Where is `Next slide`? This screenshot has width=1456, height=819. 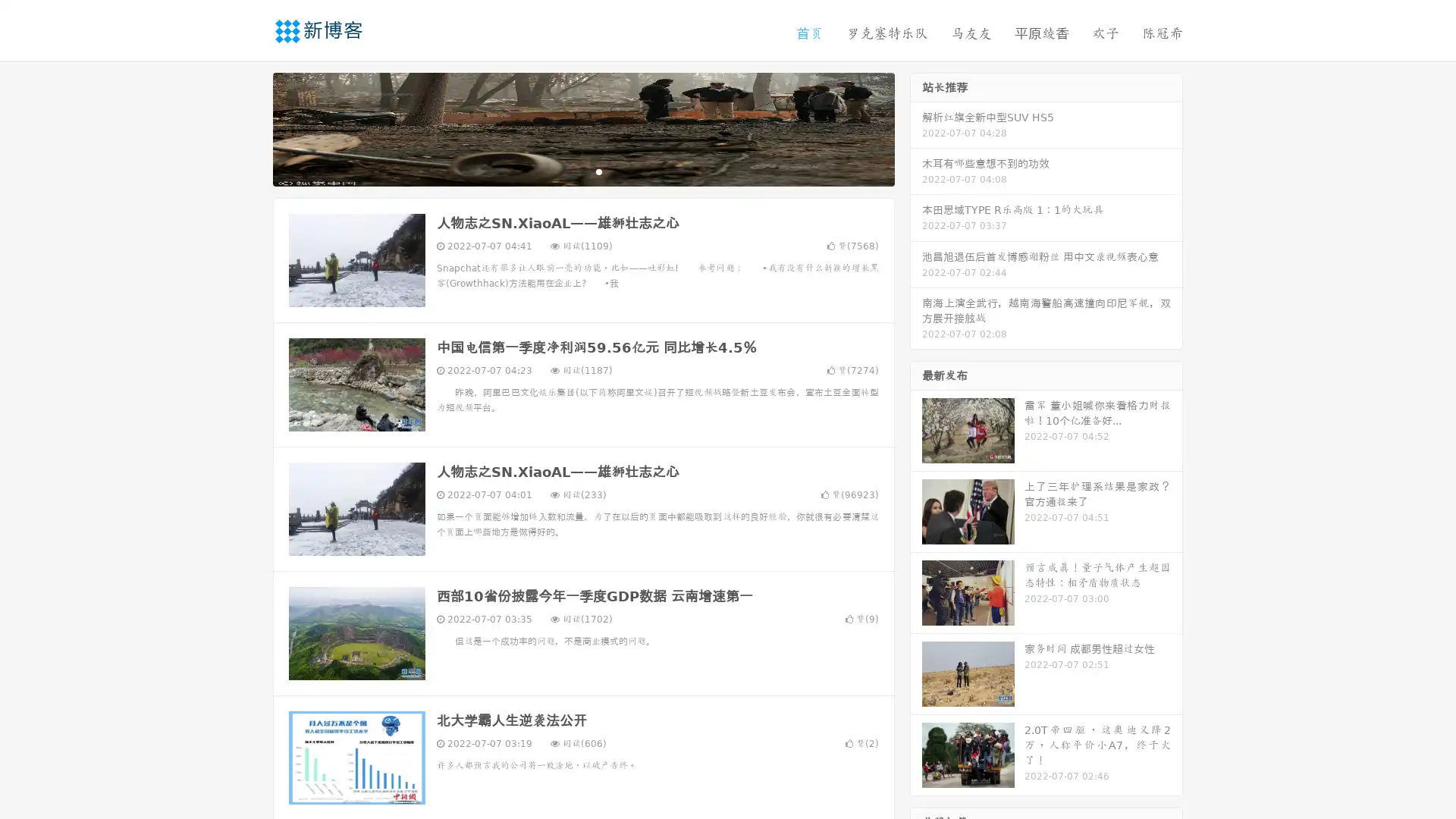 Next slide is located at coordinates (916, 127).